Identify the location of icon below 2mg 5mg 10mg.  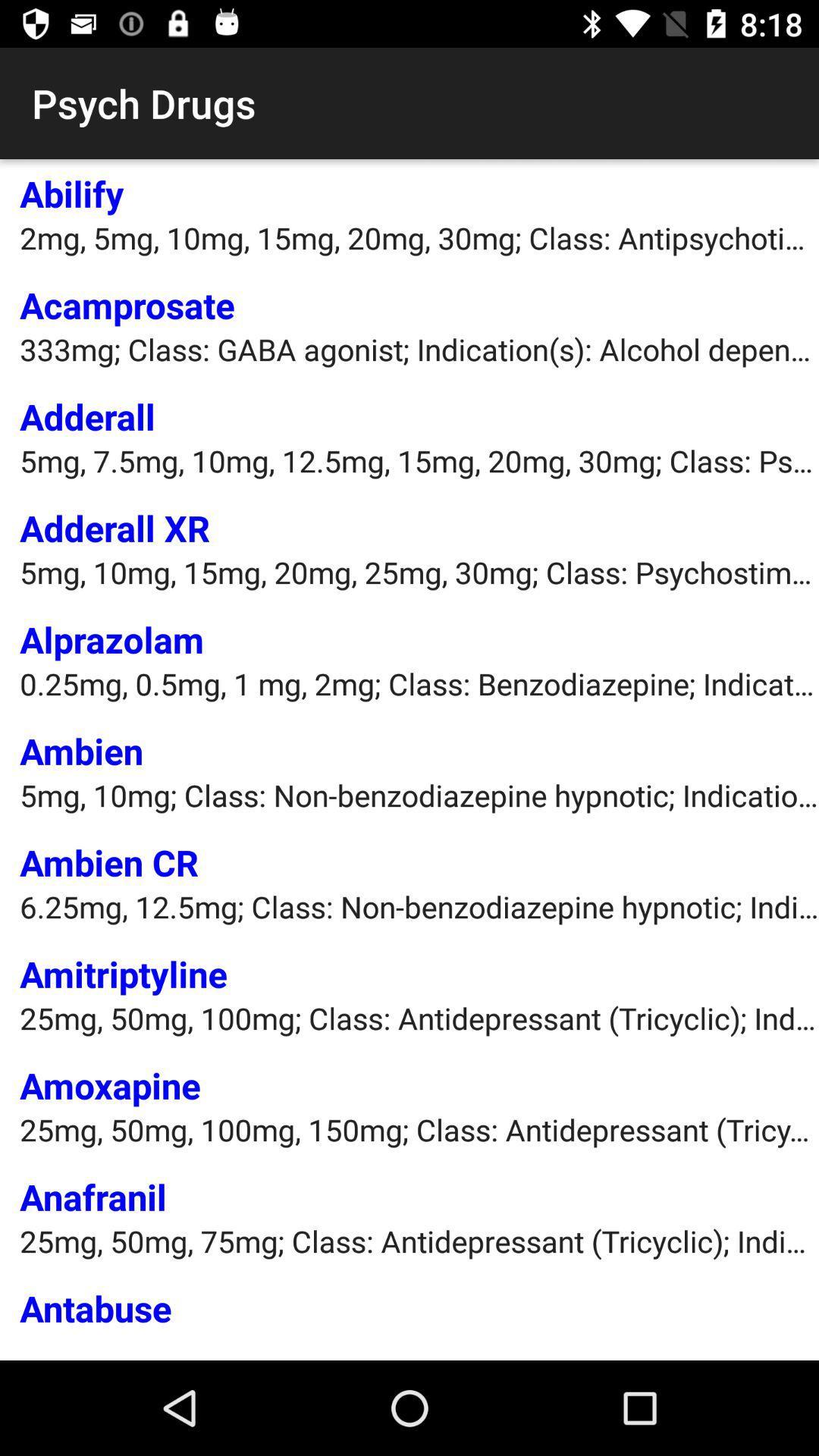
(127, 304).